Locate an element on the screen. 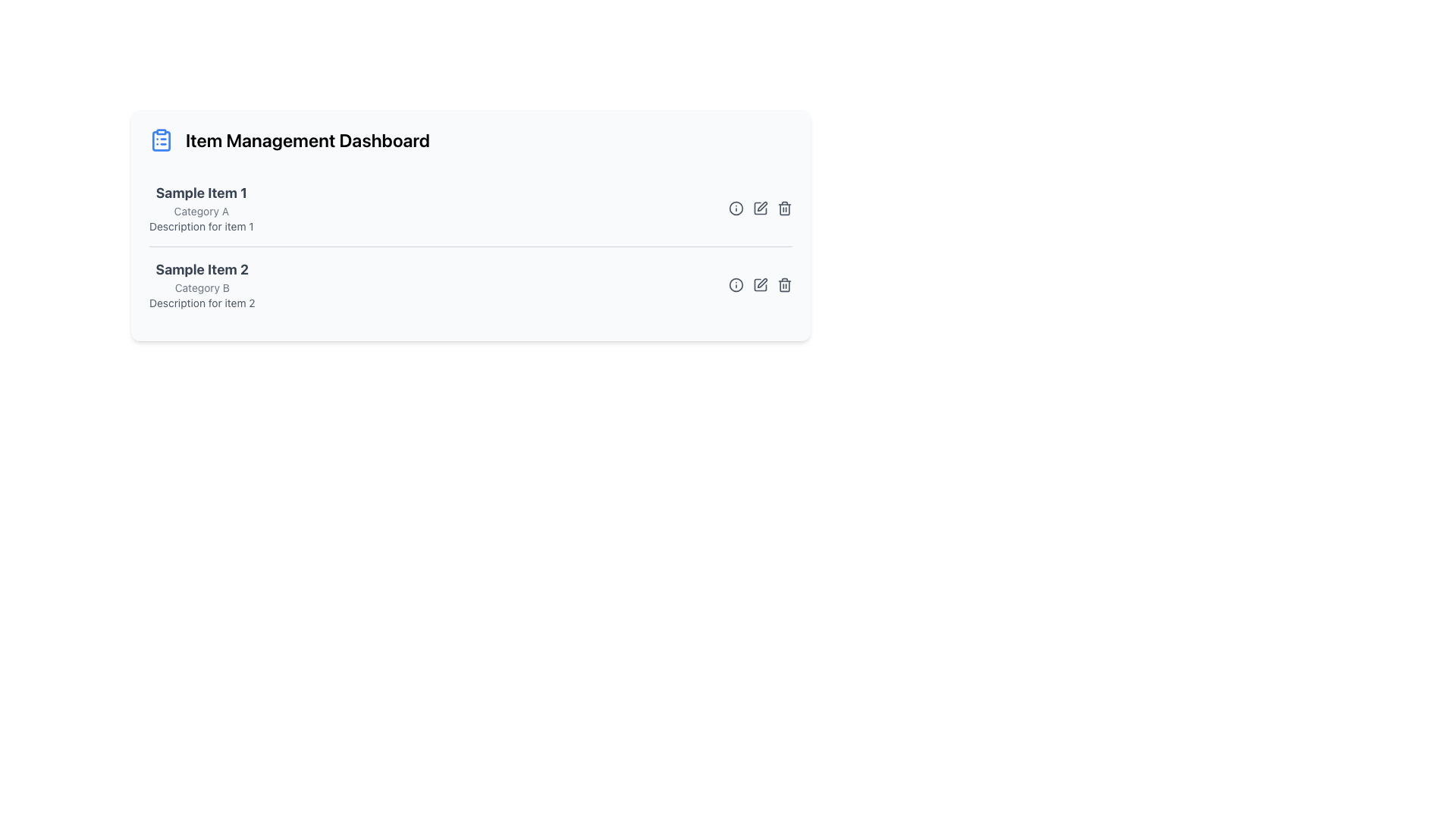 The width and height of the screenshot is (1456, 819). the pencil icon button, which is the second icon in the action buttons section to the right of 'Sample Item 1', to trigger the color change to yellow is located at coordinates (761, 208).